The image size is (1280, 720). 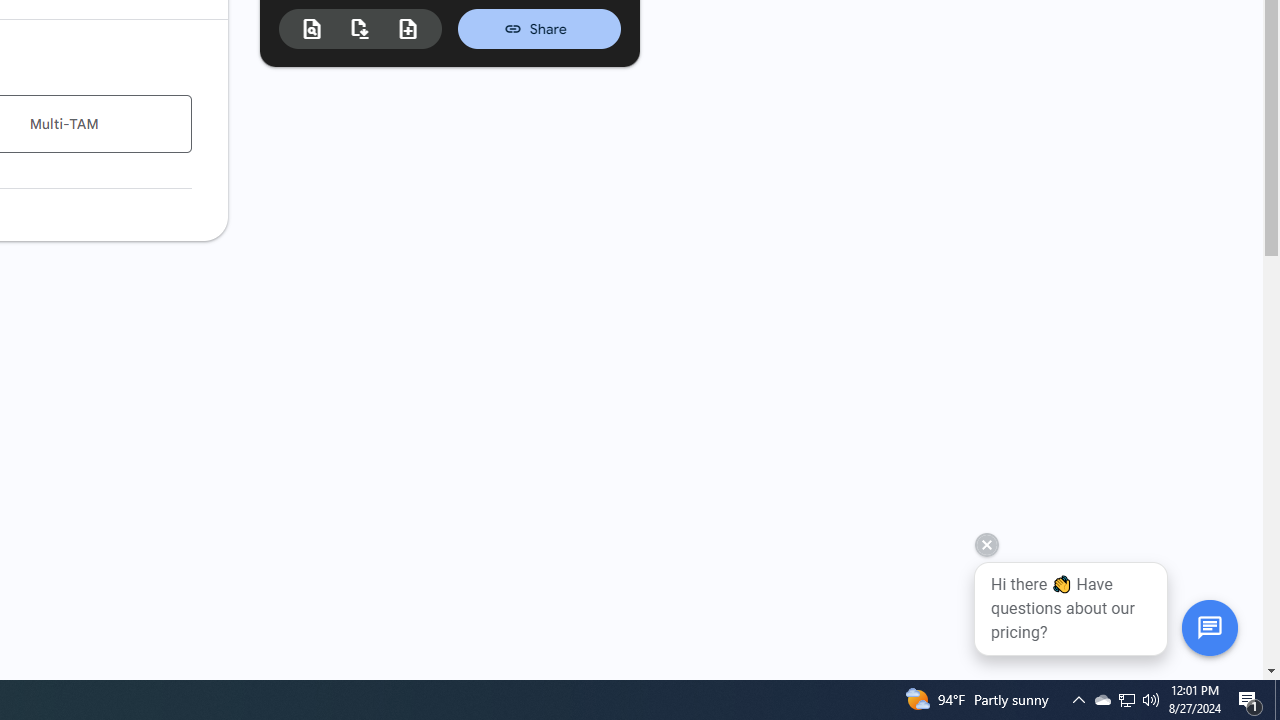 I want to click on 'Open Share Estimate dialog', so click(x=539, y=28).